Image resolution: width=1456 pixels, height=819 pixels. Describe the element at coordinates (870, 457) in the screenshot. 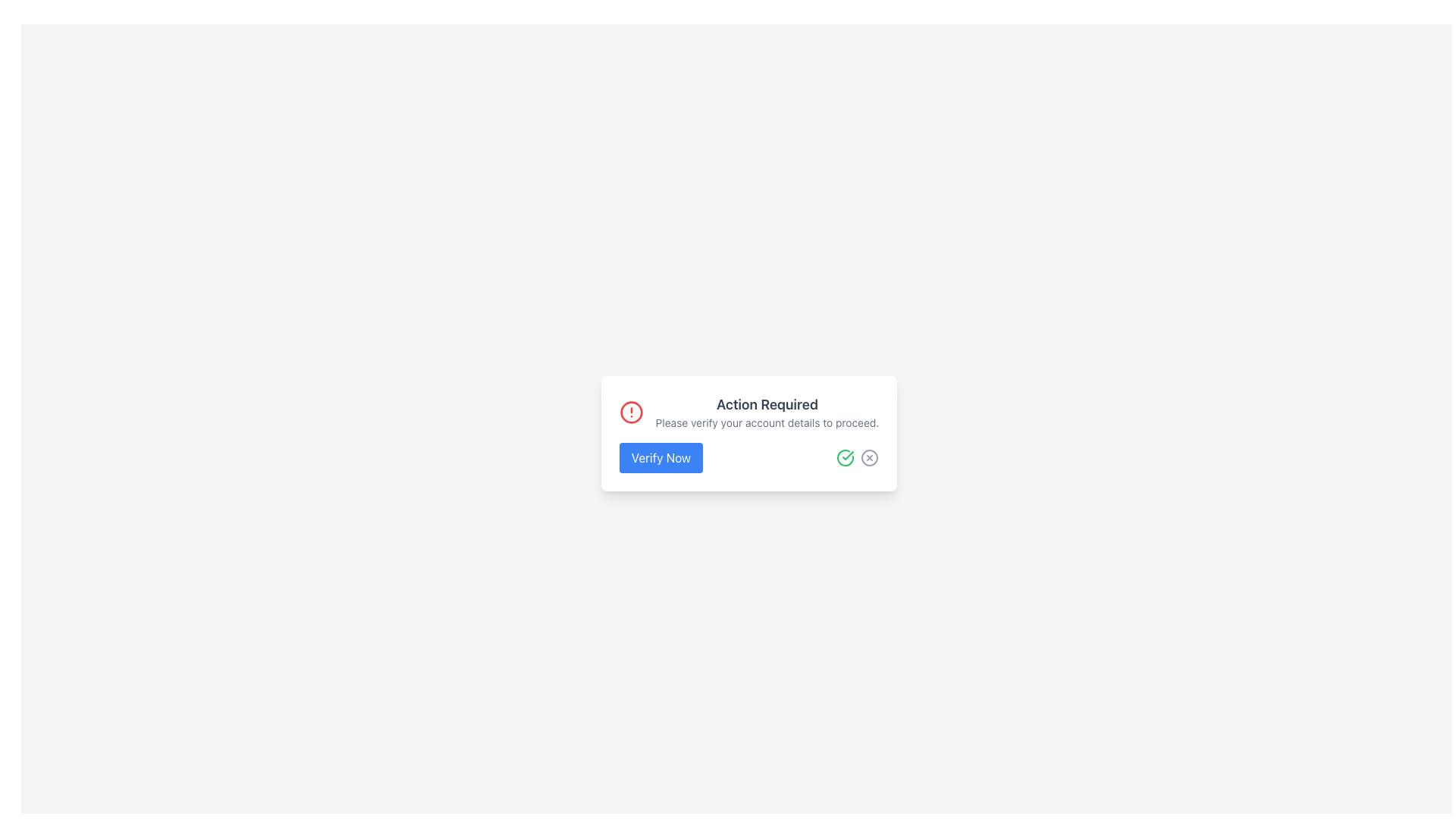

I see `the circular part of the icon located at the bottom right of the modal dialogue box, which features a circle with an 'X' inside` at that location.